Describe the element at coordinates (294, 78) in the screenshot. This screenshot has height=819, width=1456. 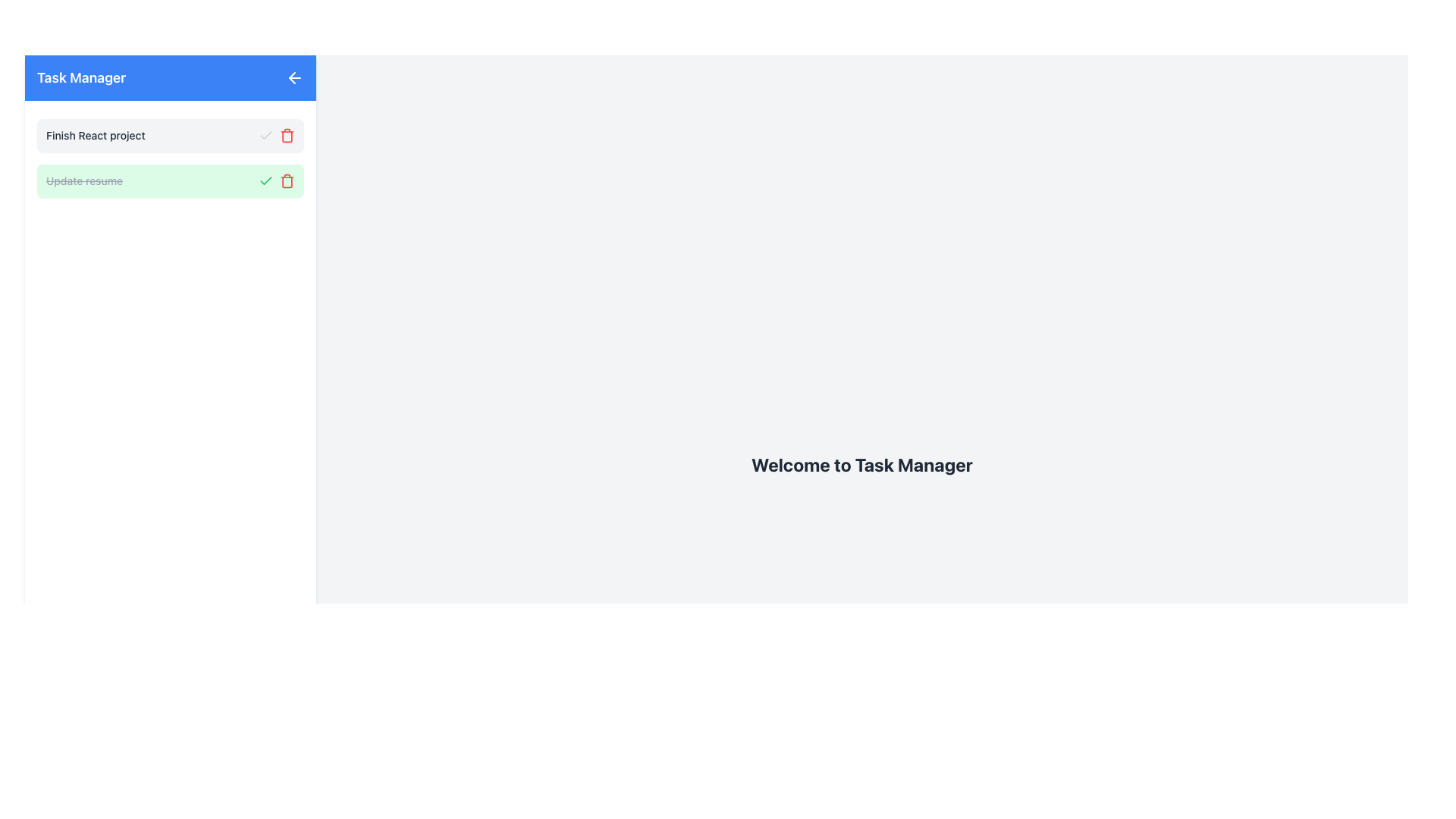
I see `the leftward-pointing arrow icon button, which is styled with white color on a blue background, located on the right side of the top bar containing the 'Task Manager' text` at that location.